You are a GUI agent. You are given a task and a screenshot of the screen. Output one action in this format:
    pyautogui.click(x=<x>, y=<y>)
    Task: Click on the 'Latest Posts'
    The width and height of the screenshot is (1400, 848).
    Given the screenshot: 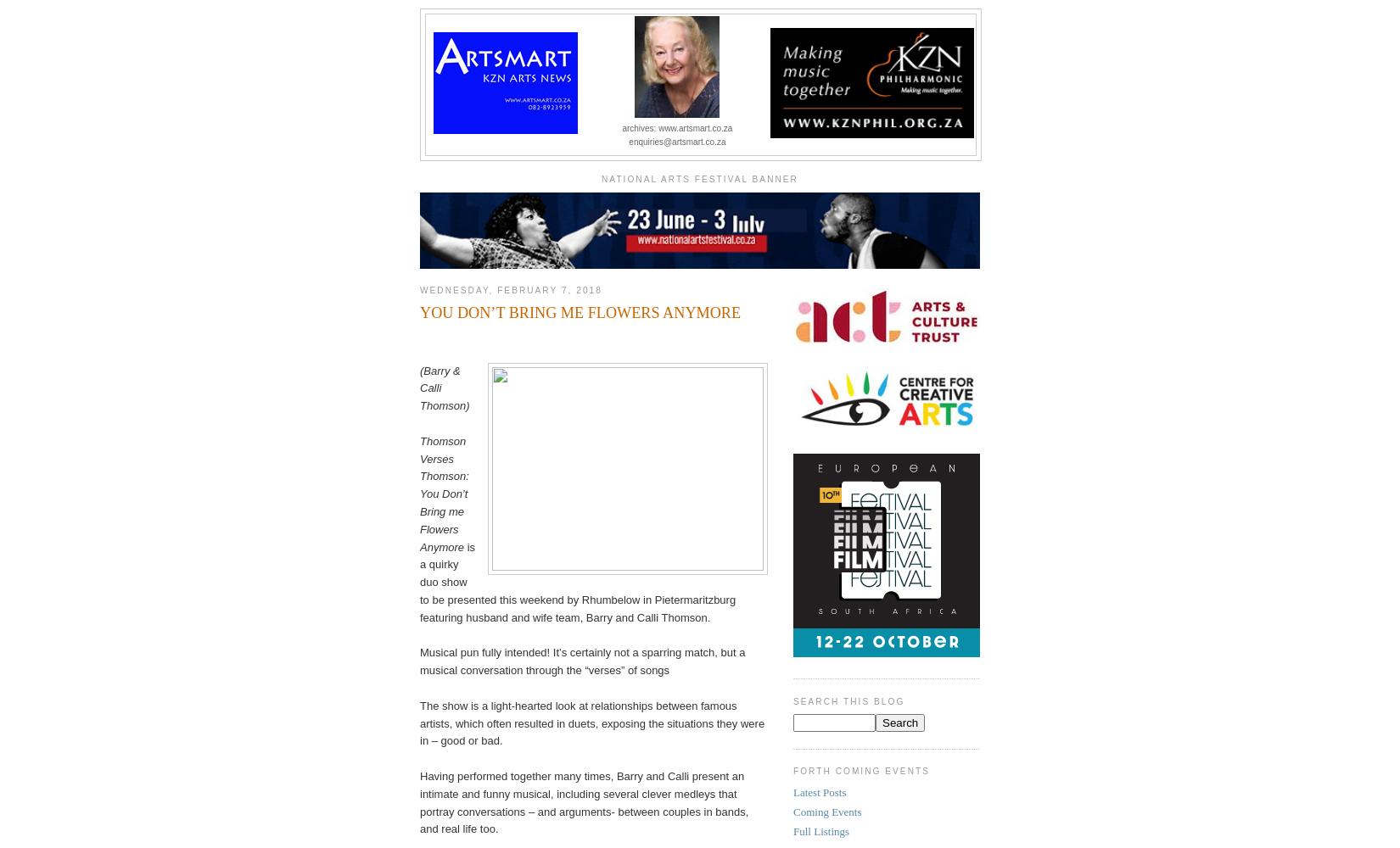 What is the action you would take?
    pyautogui.click(x=820, y=792)
    